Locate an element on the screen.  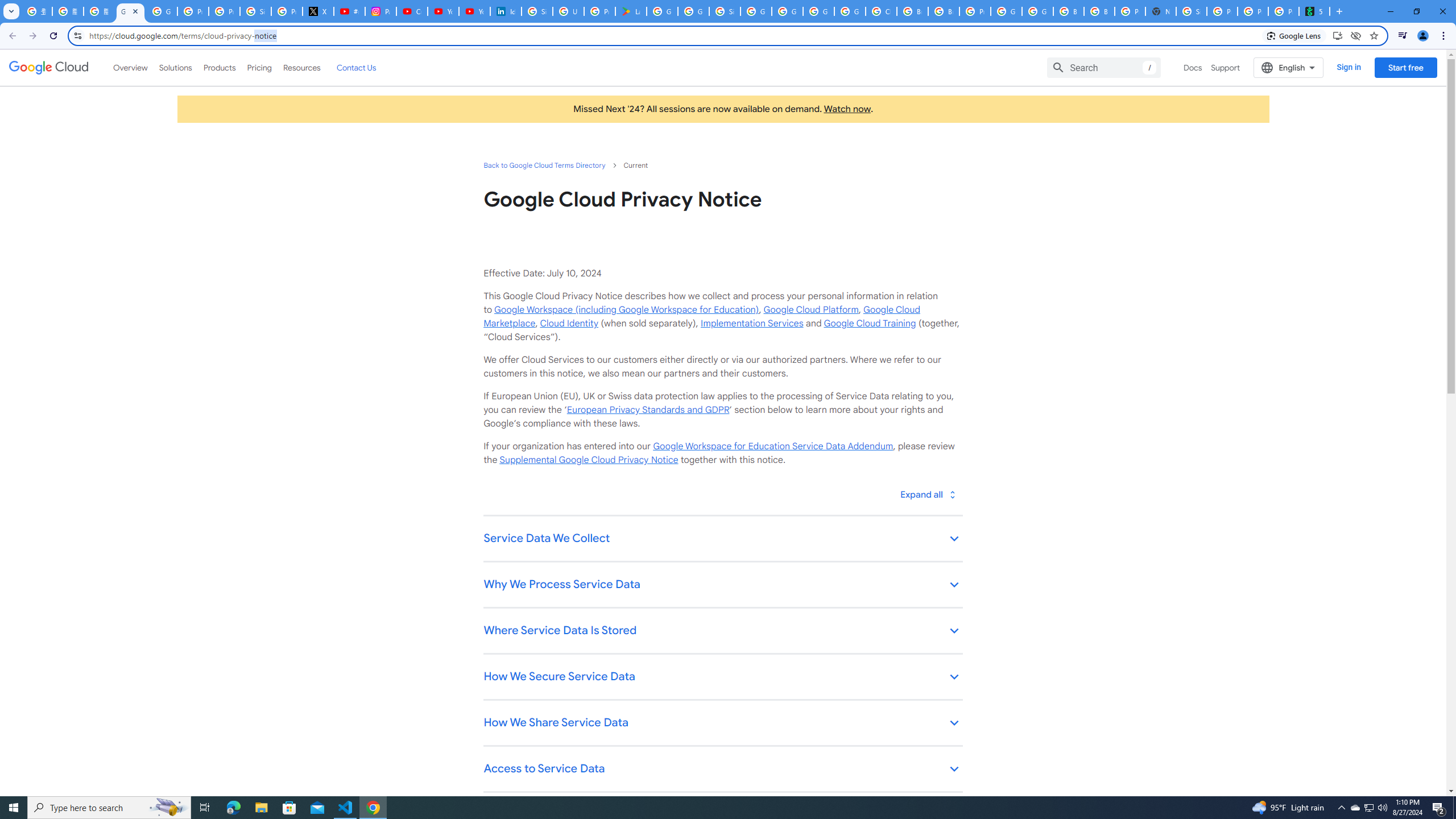
'Docs' is located at coordinates (1192, 67).